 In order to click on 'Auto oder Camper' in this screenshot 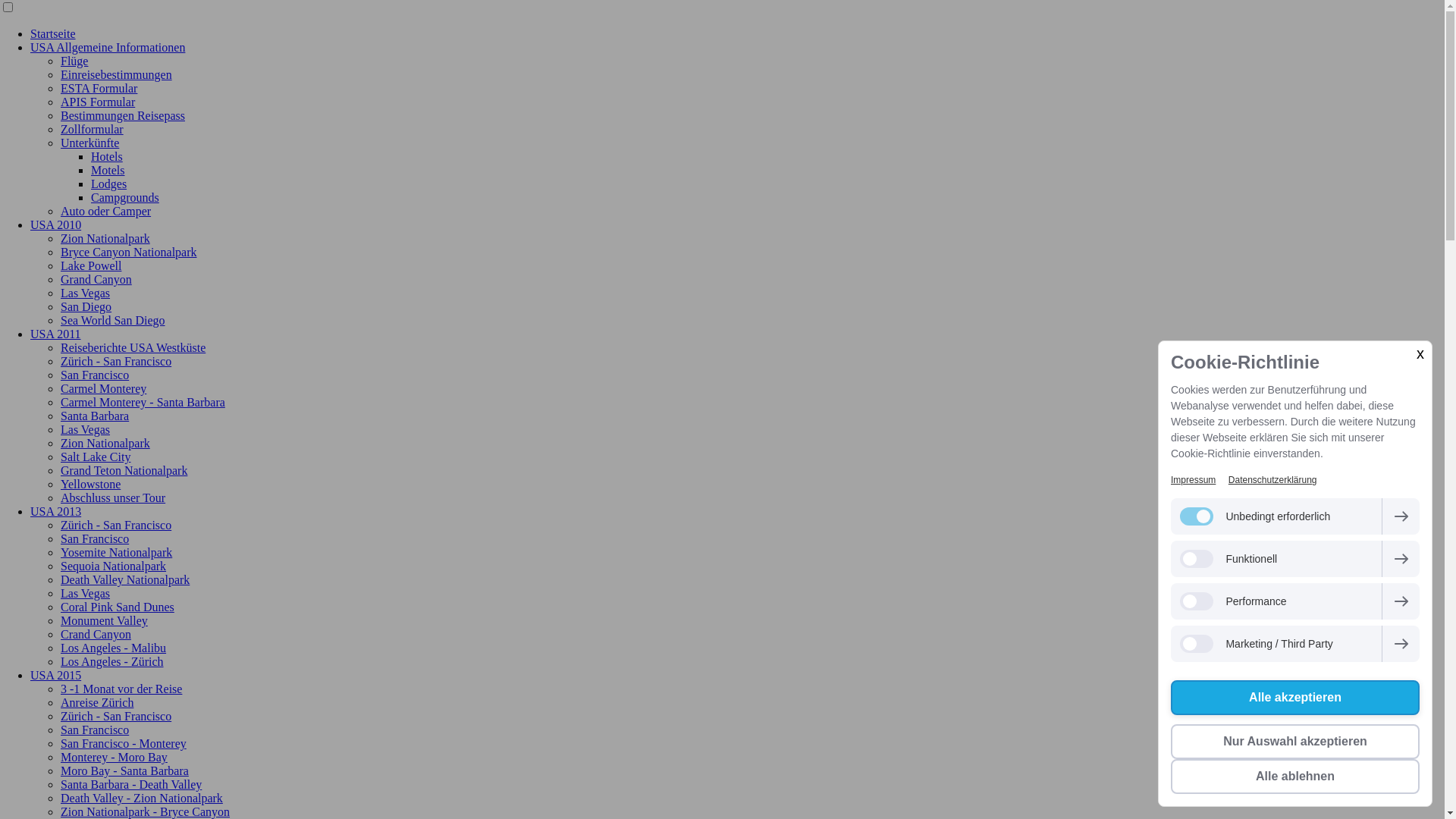, I will do `click(105, 211)`.